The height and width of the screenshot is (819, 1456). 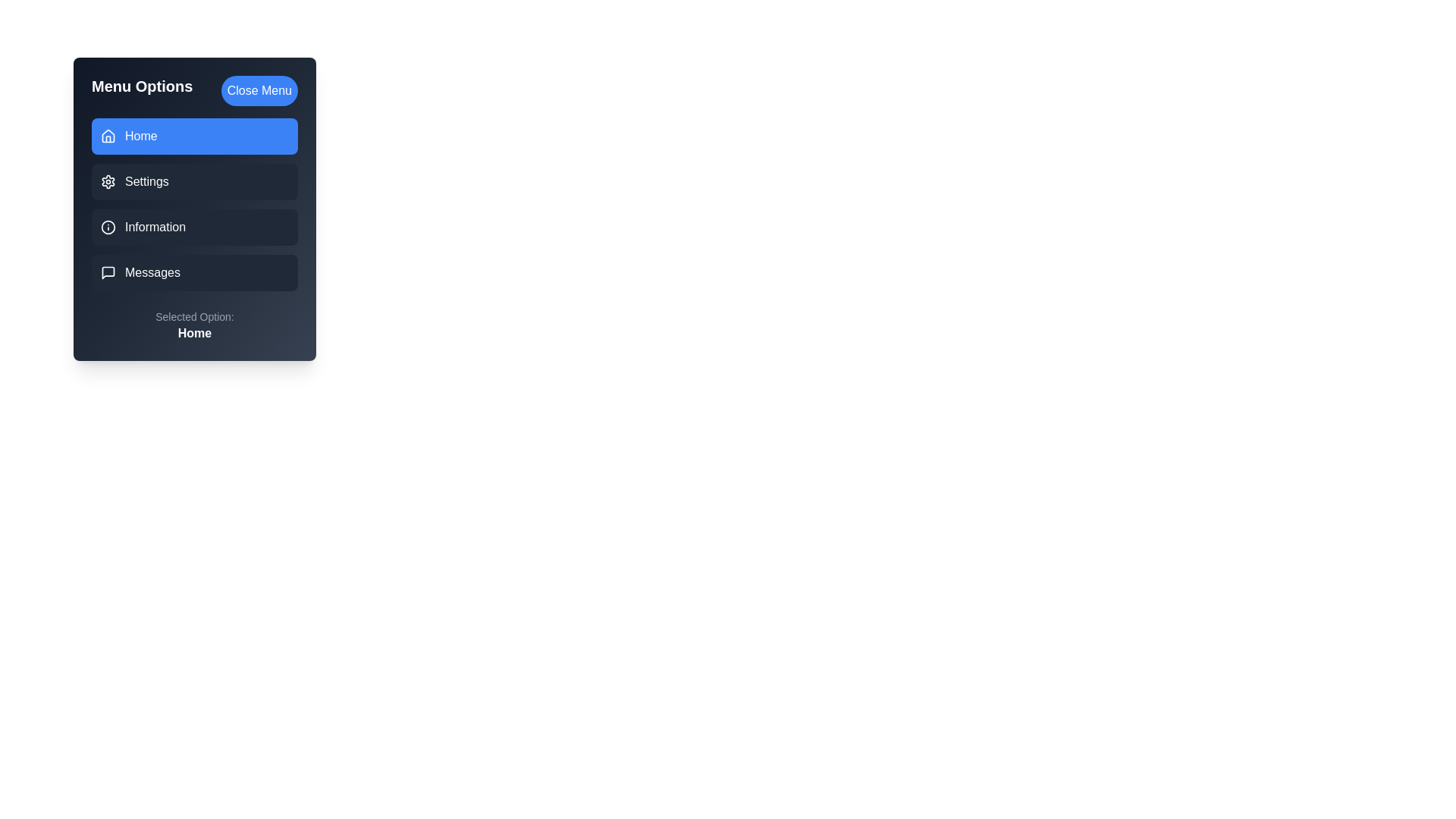 I want to click on the gear icon, so click(x=108, y=180).